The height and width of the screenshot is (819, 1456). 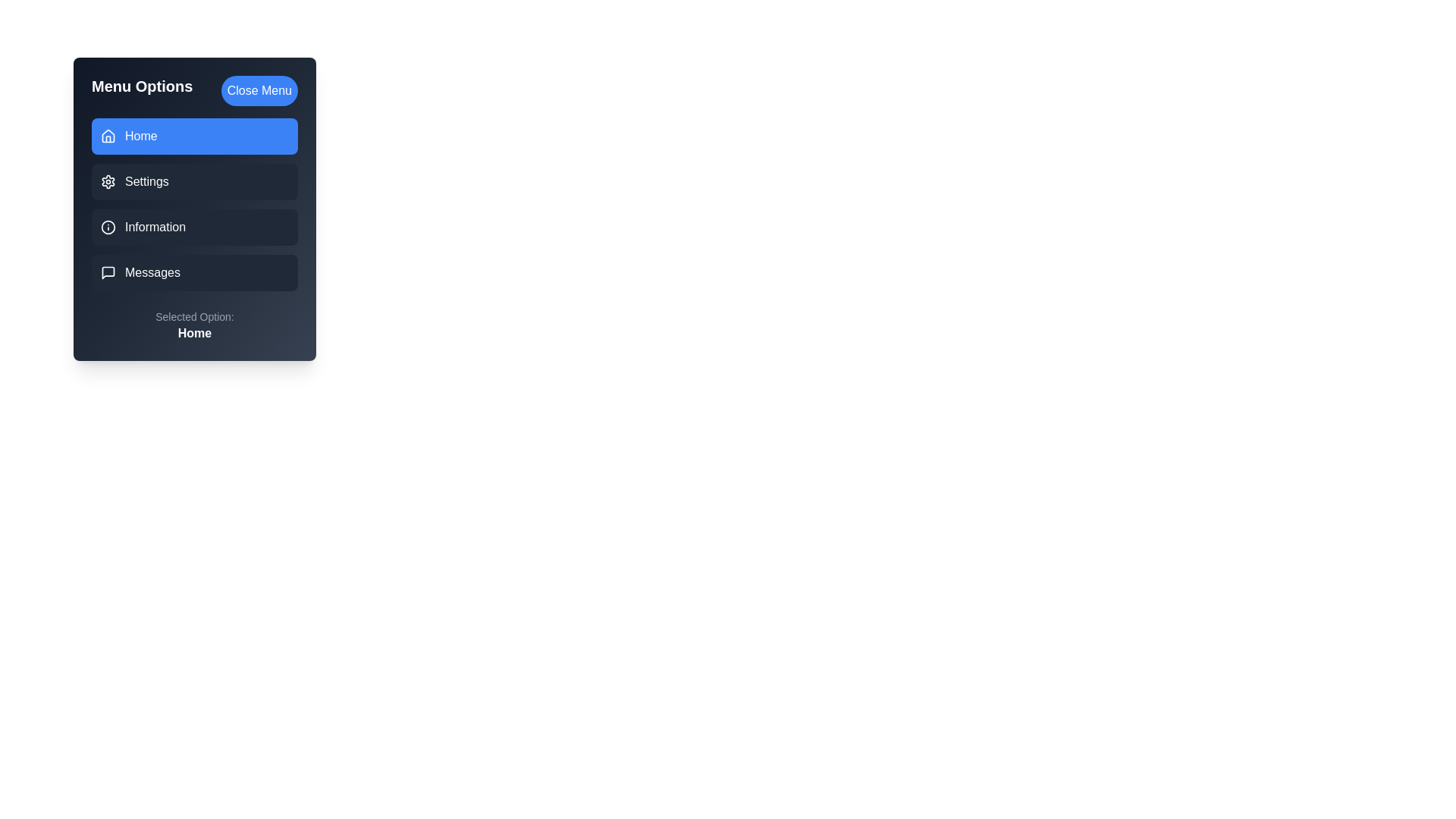 I want to click on the gear icon, so click(x=108, y=180).